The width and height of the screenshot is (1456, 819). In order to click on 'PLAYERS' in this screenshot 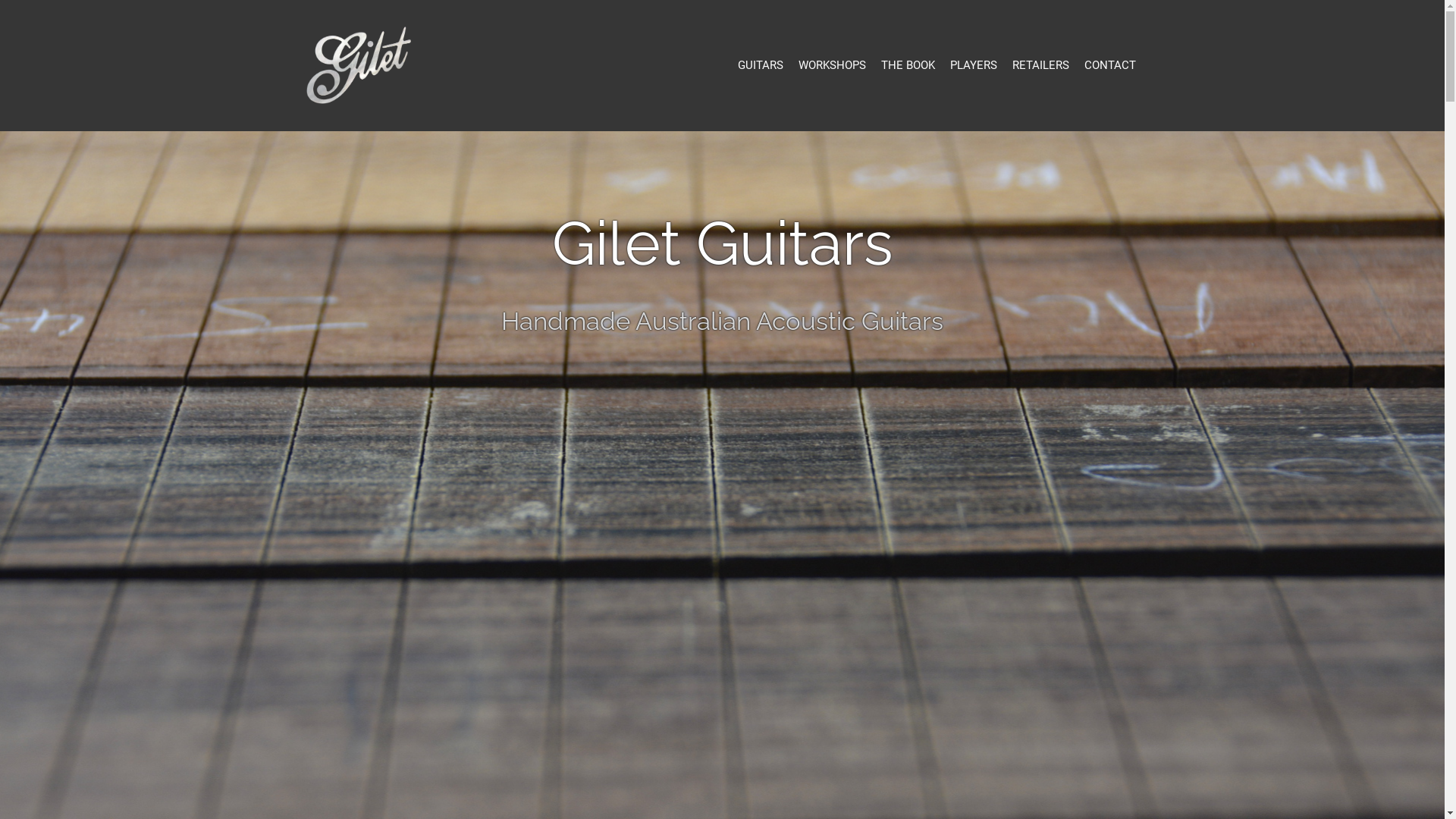, I will do `click(949, 64)`.